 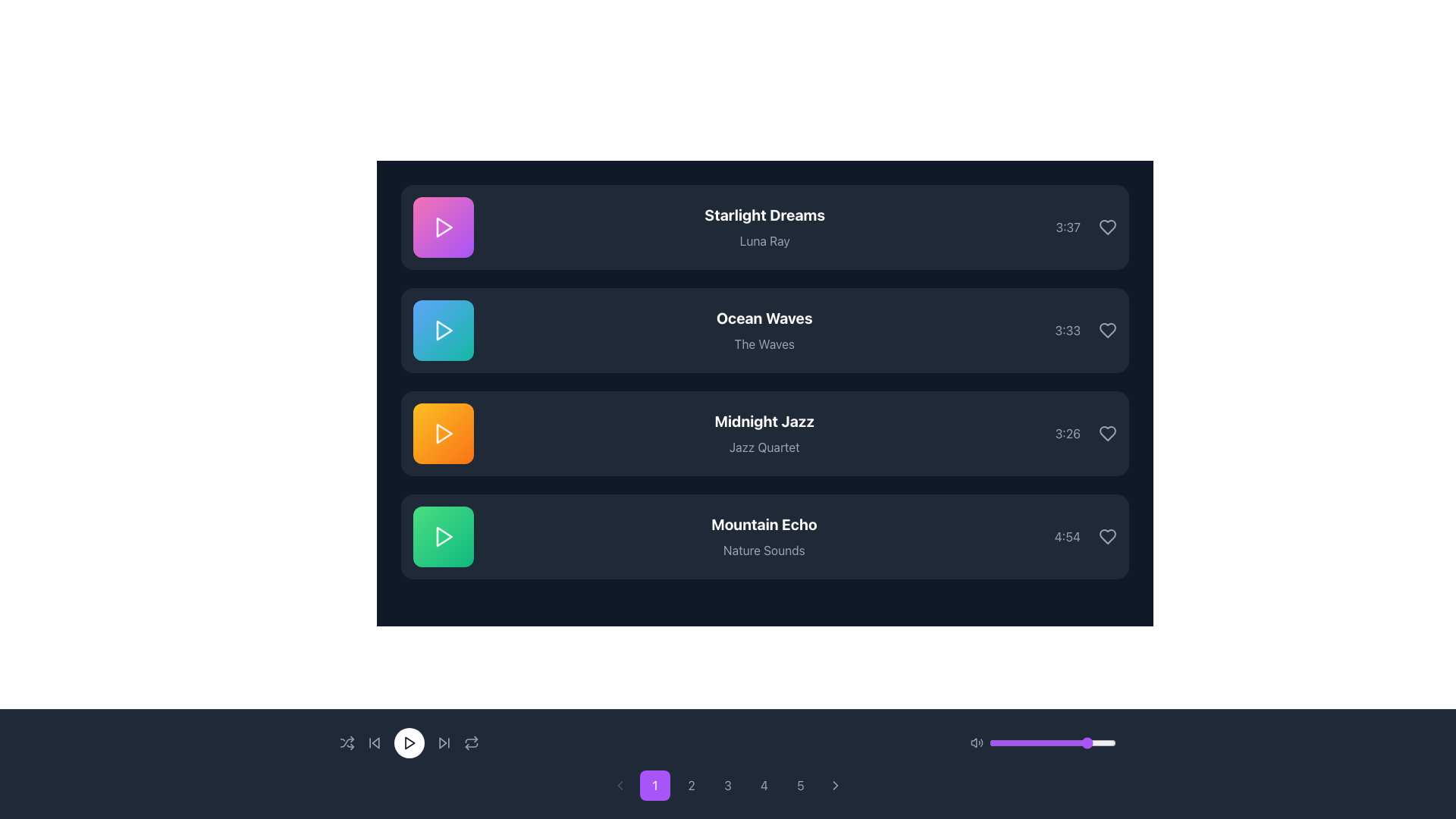 I want to click on the third button of the pagination control at the bottom of the interface for keyboard navigation, so click(x=728, y=785).